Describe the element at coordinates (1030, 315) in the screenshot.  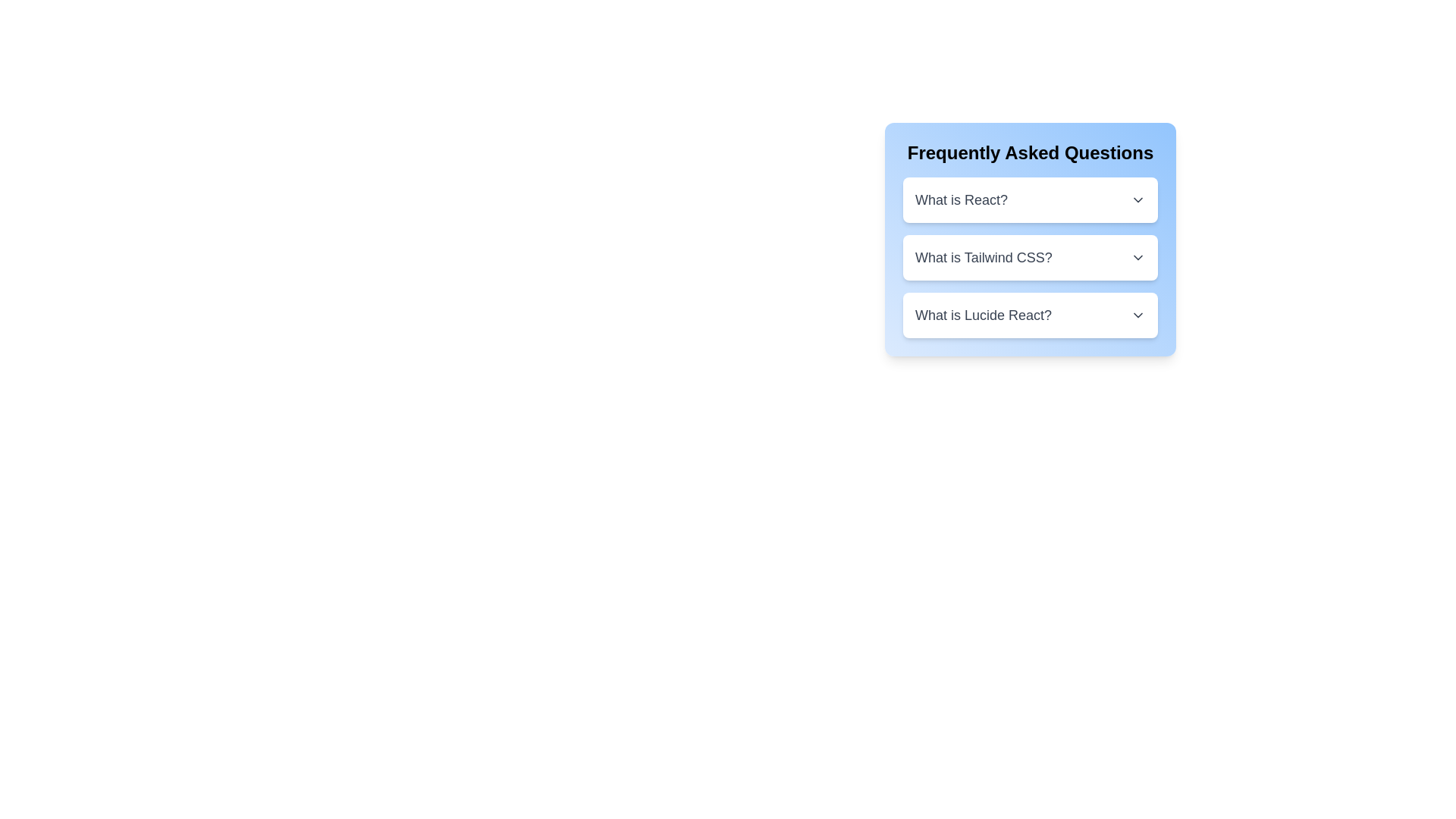
I see `the collapsible panel header for the question 'What is Lucide React?'` at that location.